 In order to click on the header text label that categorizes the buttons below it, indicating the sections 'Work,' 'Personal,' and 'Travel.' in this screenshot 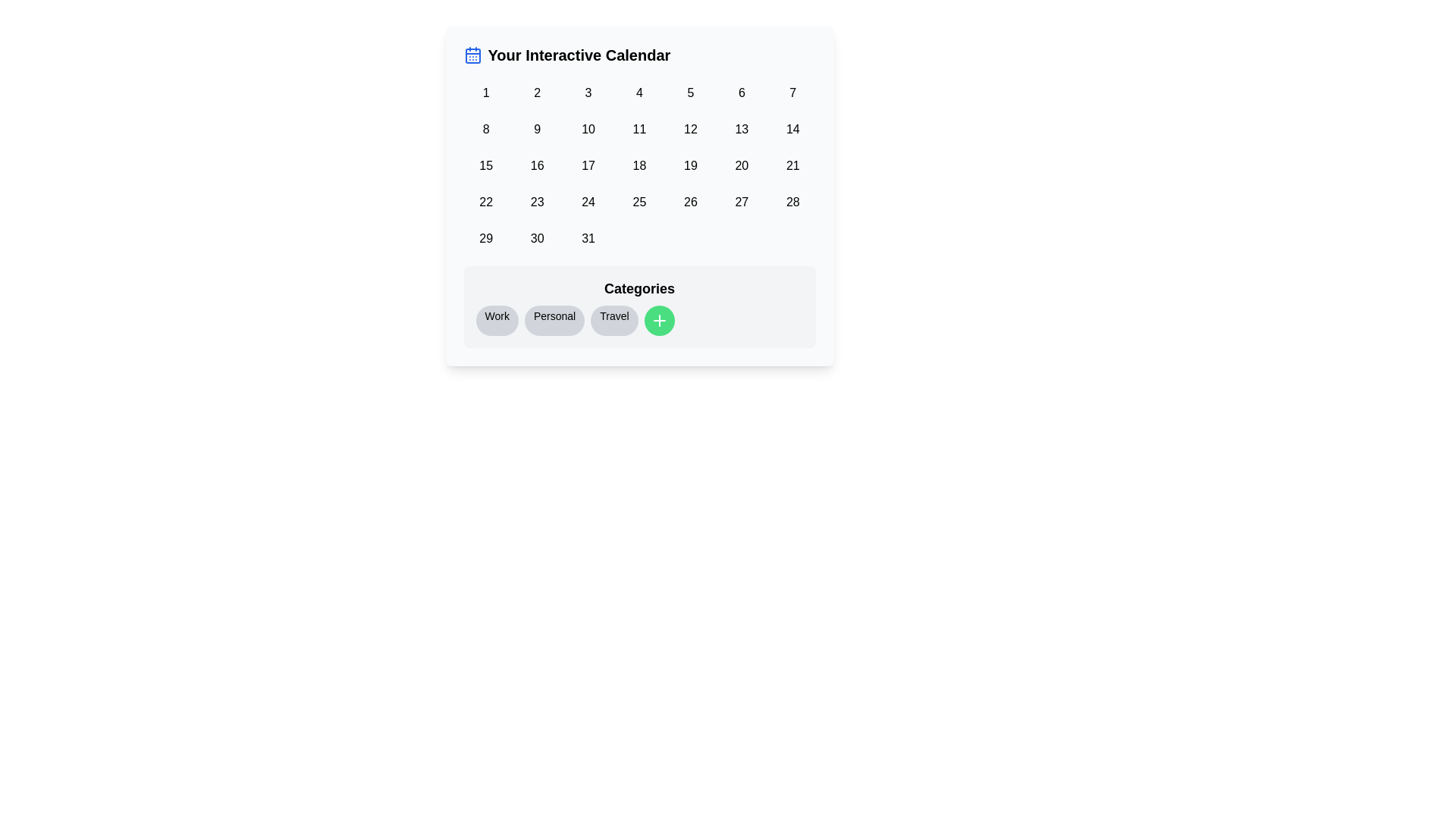, I will do `click(639, 289)`.